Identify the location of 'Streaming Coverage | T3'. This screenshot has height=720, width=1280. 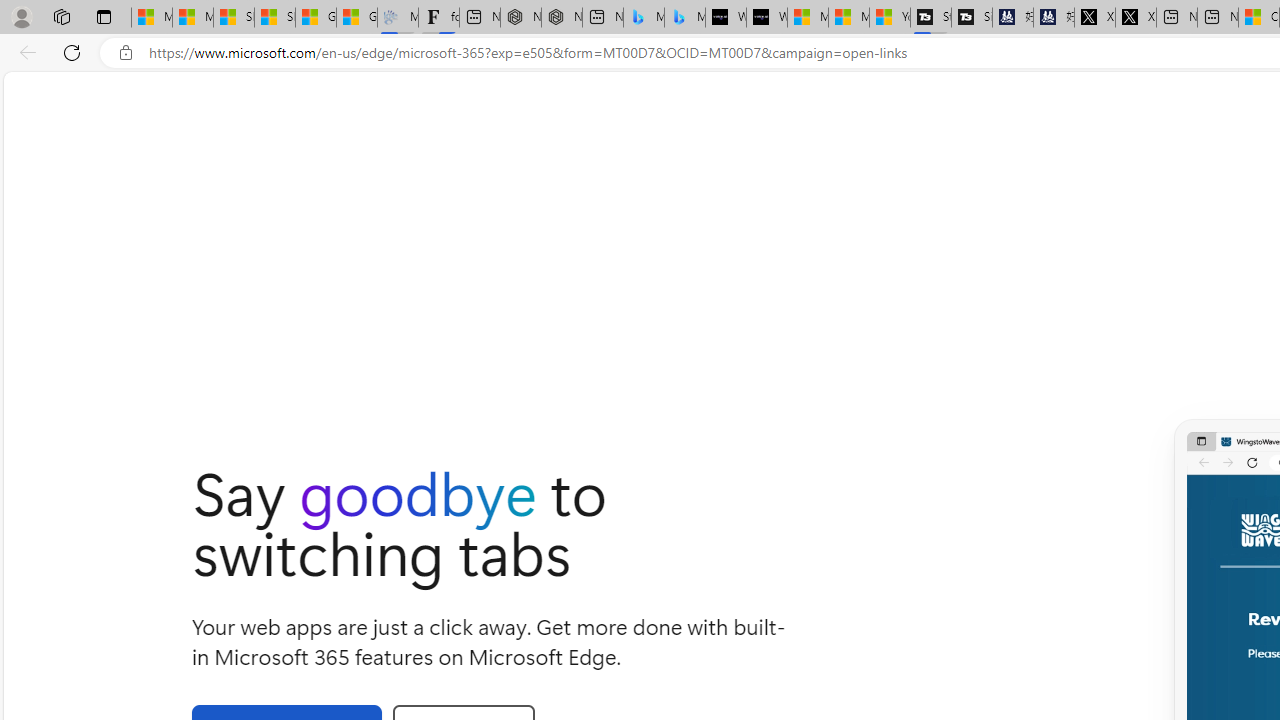
(930, 17).